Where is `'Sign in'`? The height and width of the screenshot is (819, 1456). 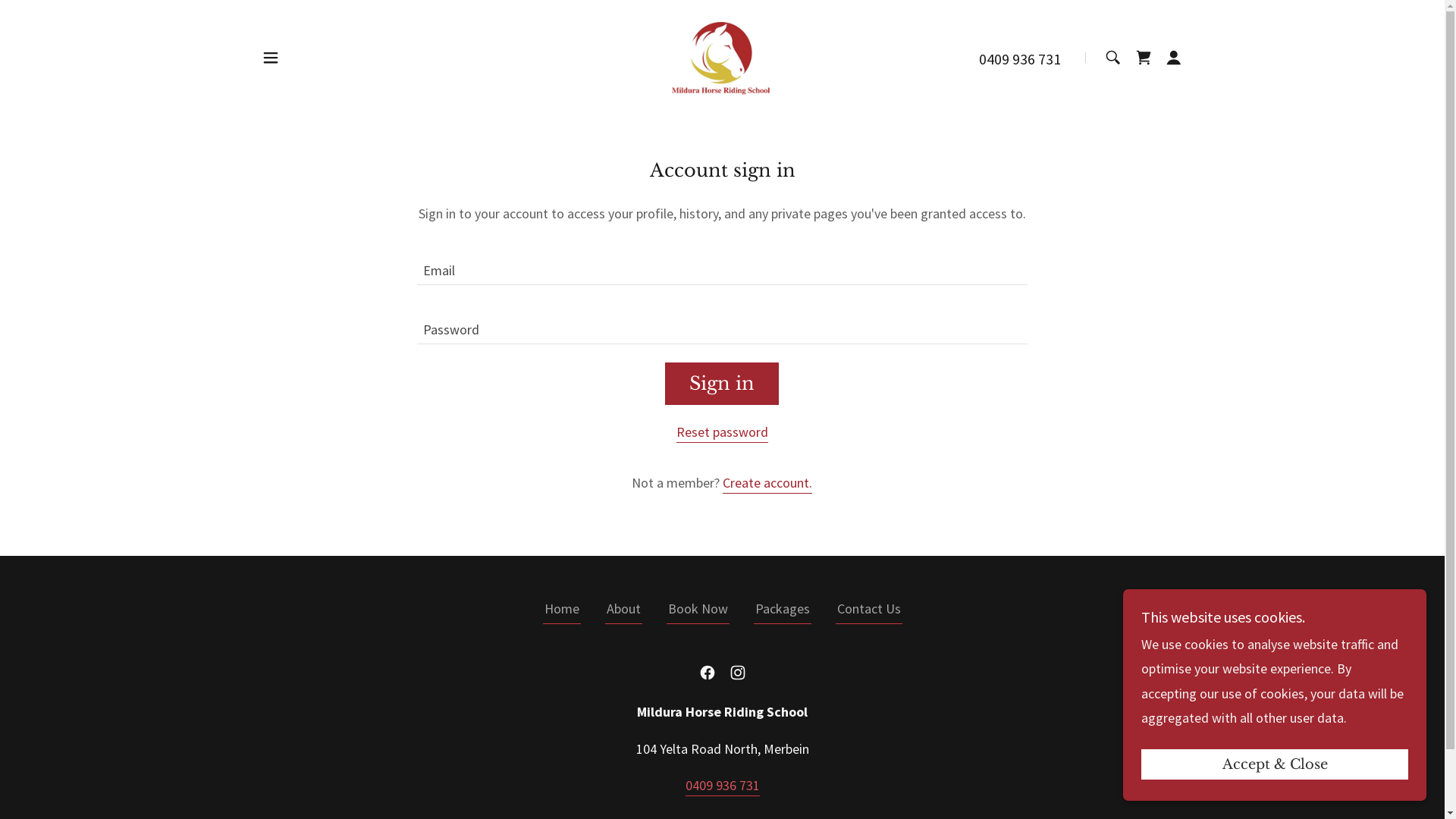
'Sign in' is located at coordinates (720, 382).